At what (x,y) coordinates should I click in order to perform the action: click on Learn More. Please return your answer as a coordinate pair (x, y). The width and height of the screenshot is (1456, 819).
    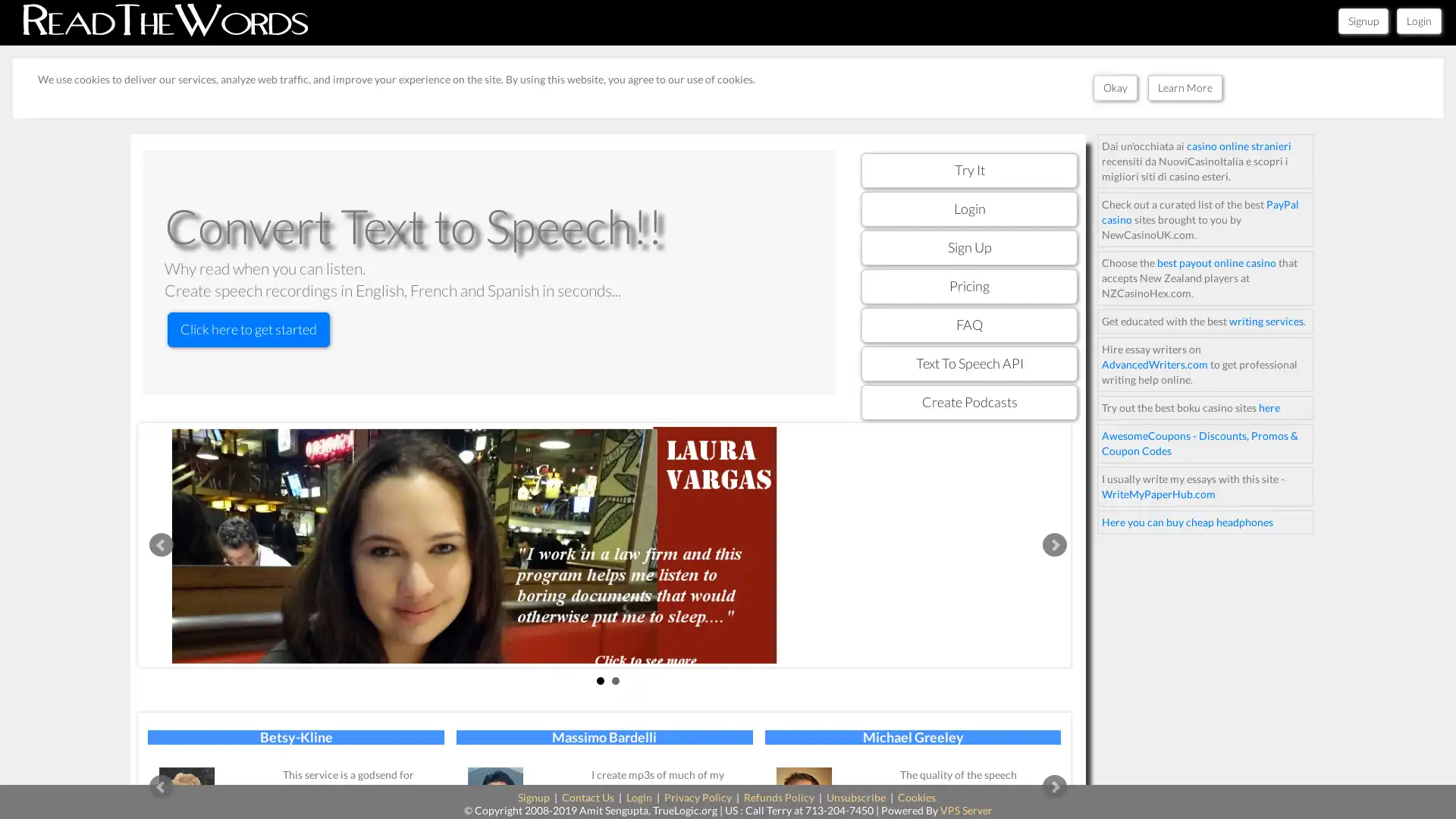
    Looking at the image, I should click on (1183, 87).